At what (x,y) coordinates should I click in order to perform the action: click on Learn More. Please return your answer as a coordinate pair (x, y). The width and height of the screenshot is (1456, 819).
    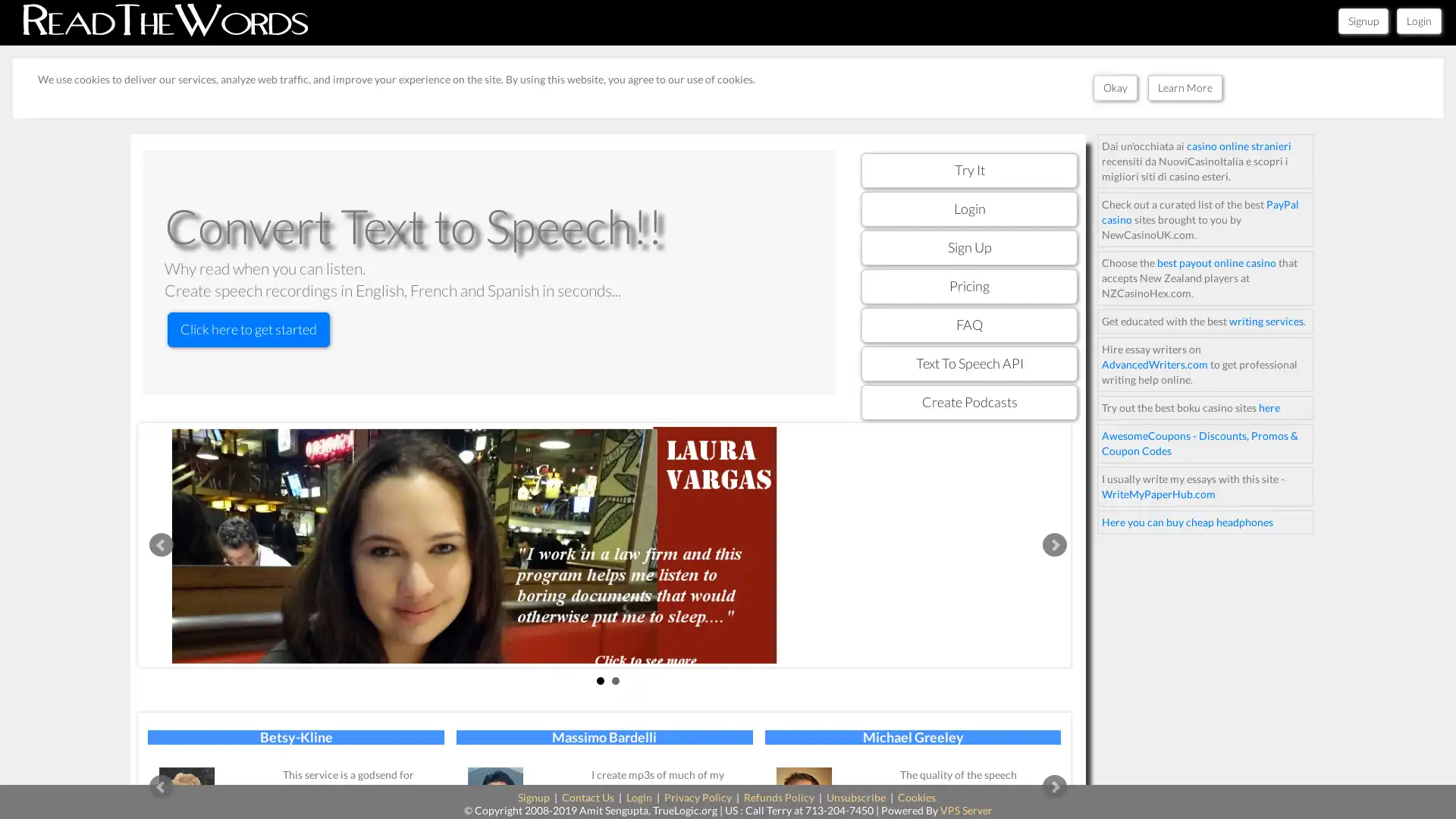
    Looking at the image, I should click on (1183, 87).